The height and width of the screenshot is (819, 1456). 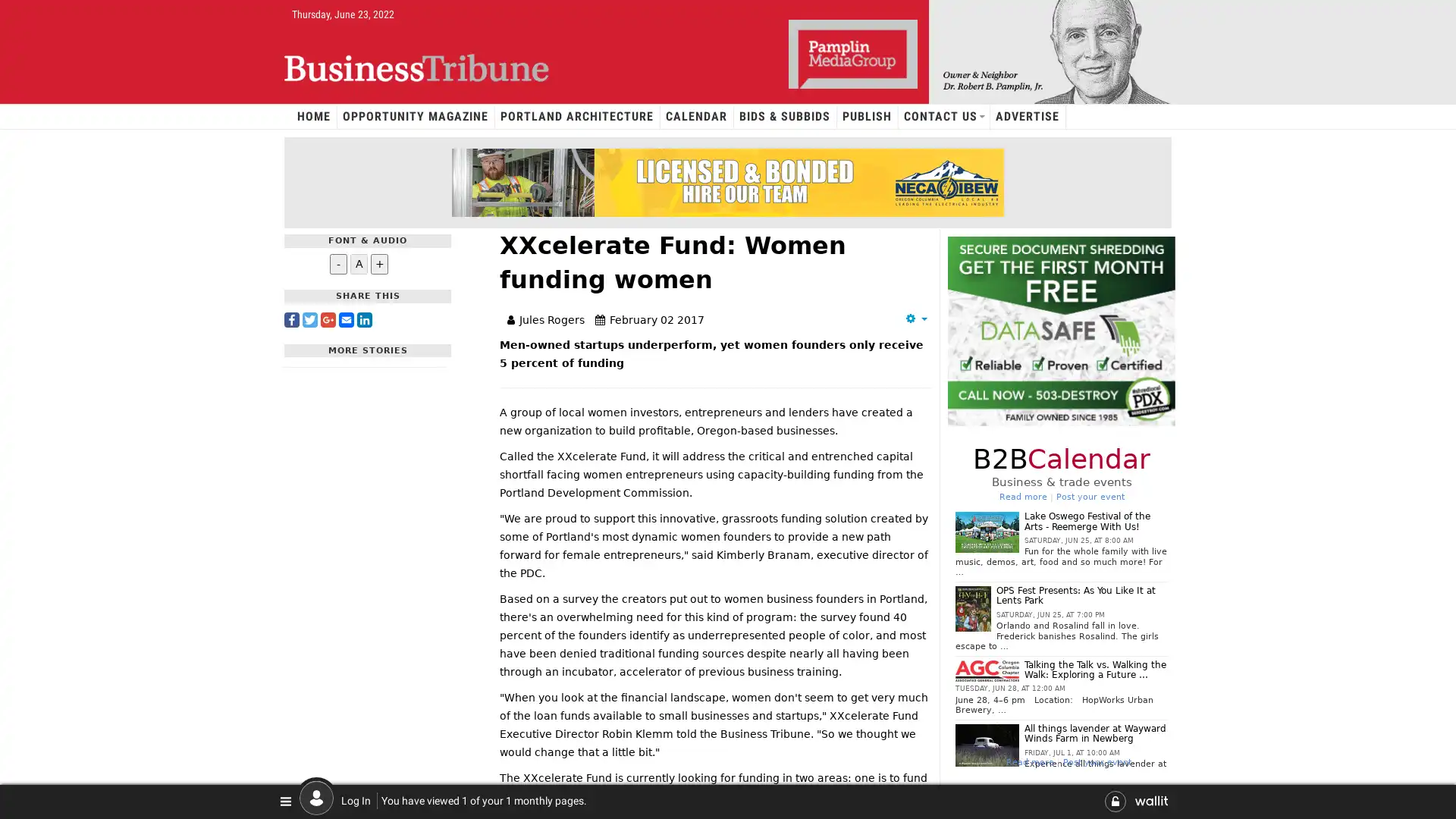 I want to click on -, so click(x=337, y=262).